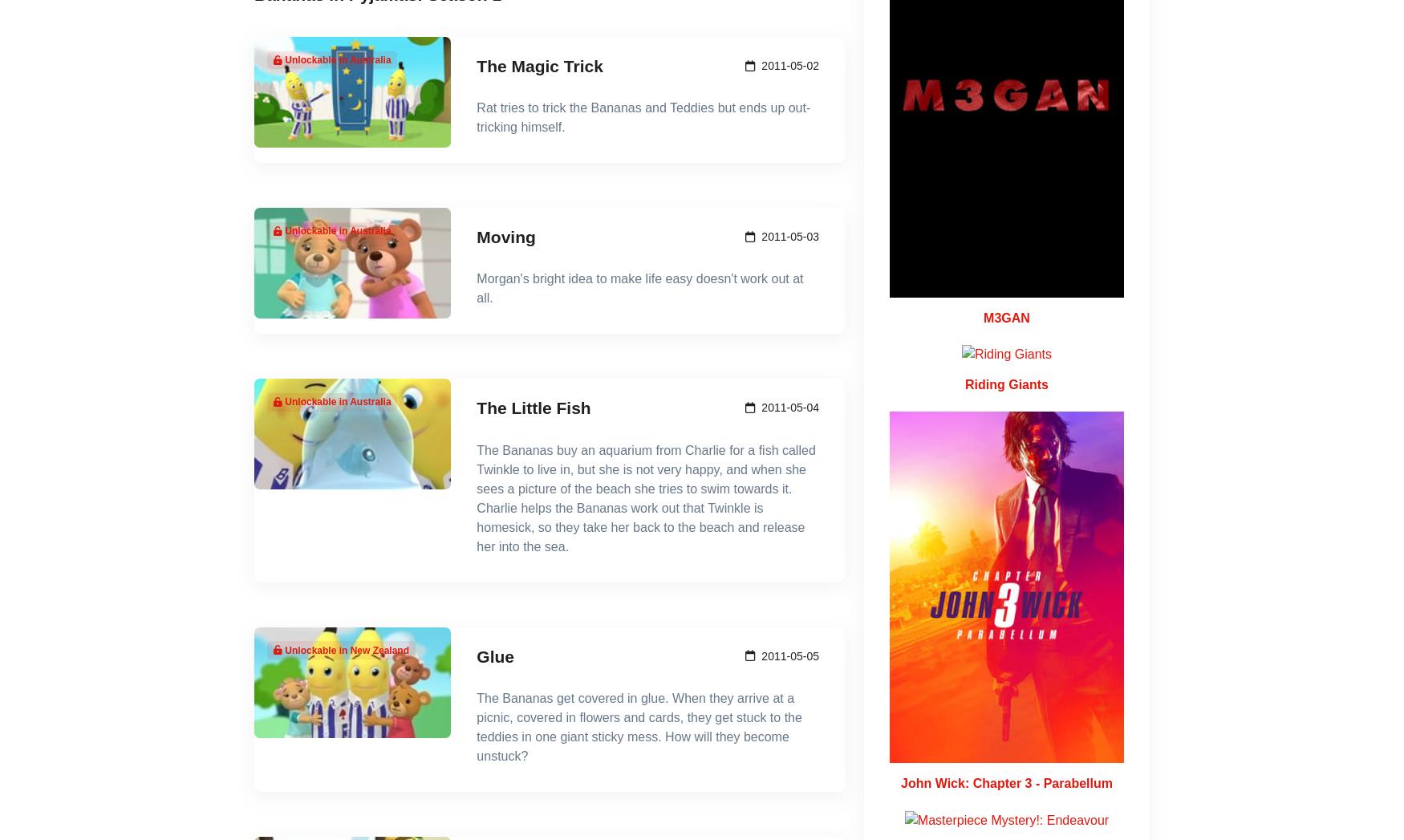 The width and height of the screenshot is (1404, 840). I want to click on 'American Netflix.', so click(601, 479).